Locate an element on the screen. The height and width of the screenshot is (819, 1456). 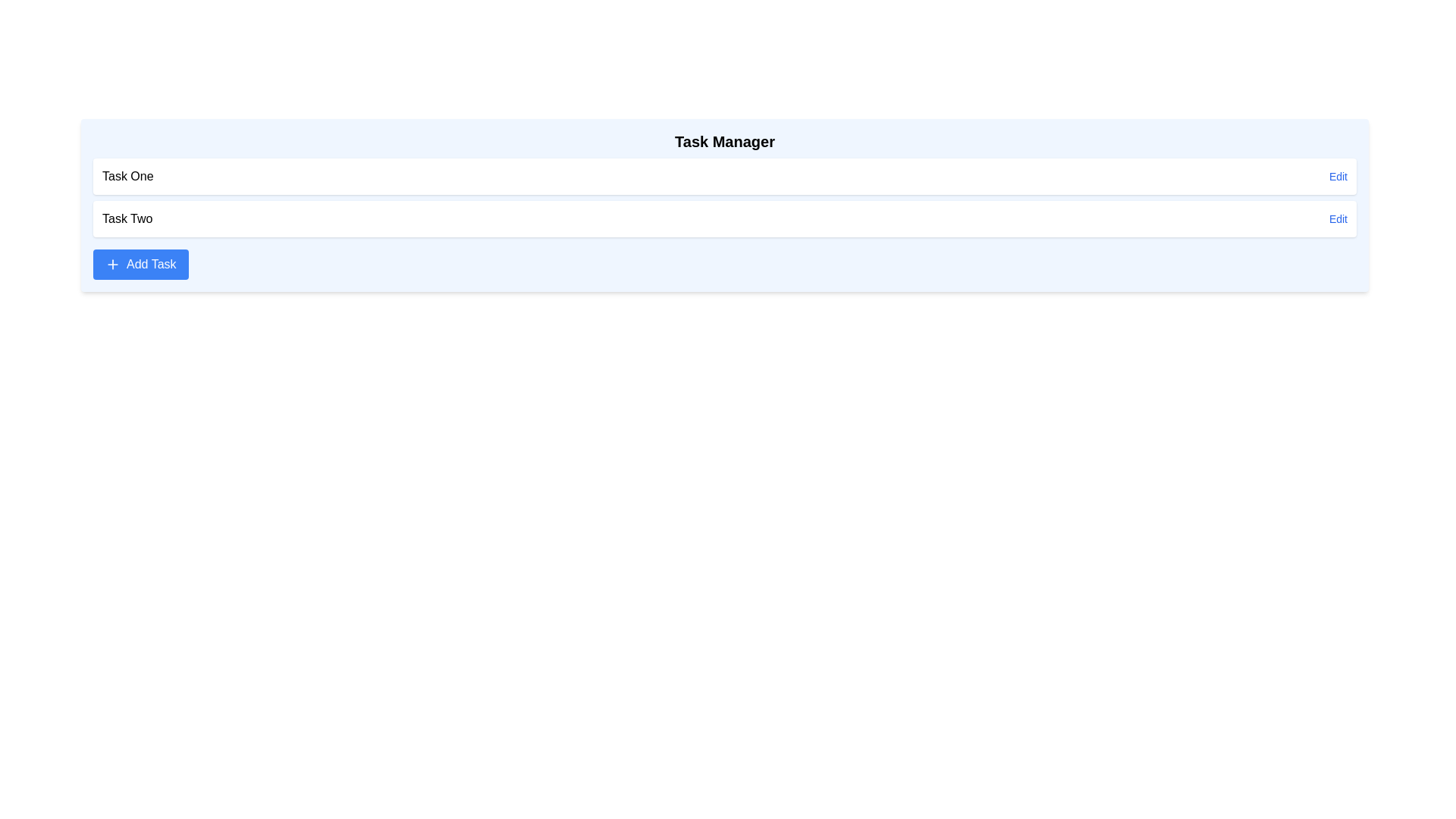
the Text Label that specifies the name or title of a task in the task management system, located in the top row of the task list to the left of the 'Edit' link is located at coordinates (127, 175).